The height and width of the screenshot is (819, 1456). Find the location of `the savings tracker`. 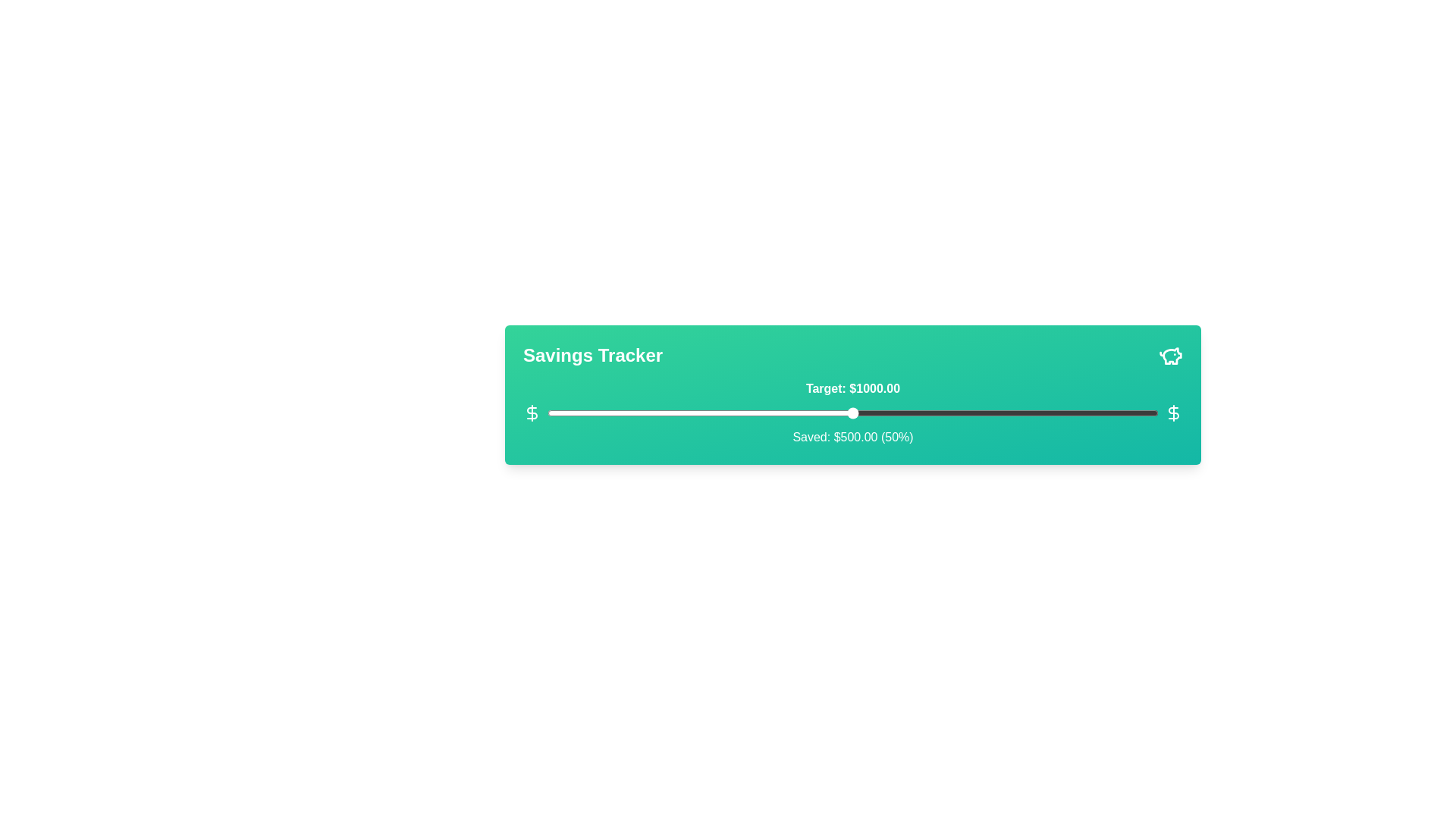

the savings tracker is located at coordinates (577, 413).